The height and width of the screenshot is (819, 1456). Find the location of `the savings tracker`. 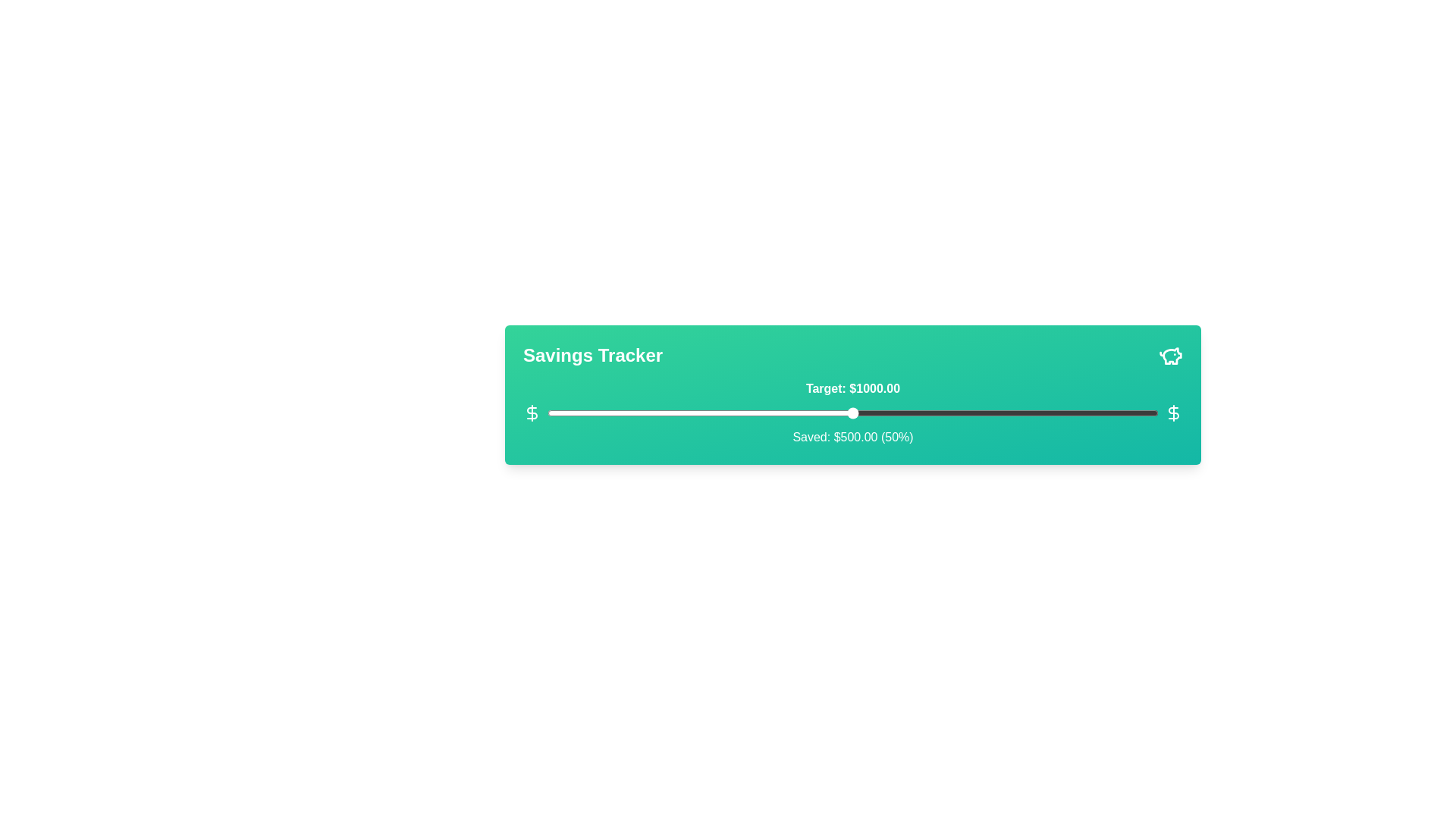

the savings tracker is located at coordinates (577, 413).